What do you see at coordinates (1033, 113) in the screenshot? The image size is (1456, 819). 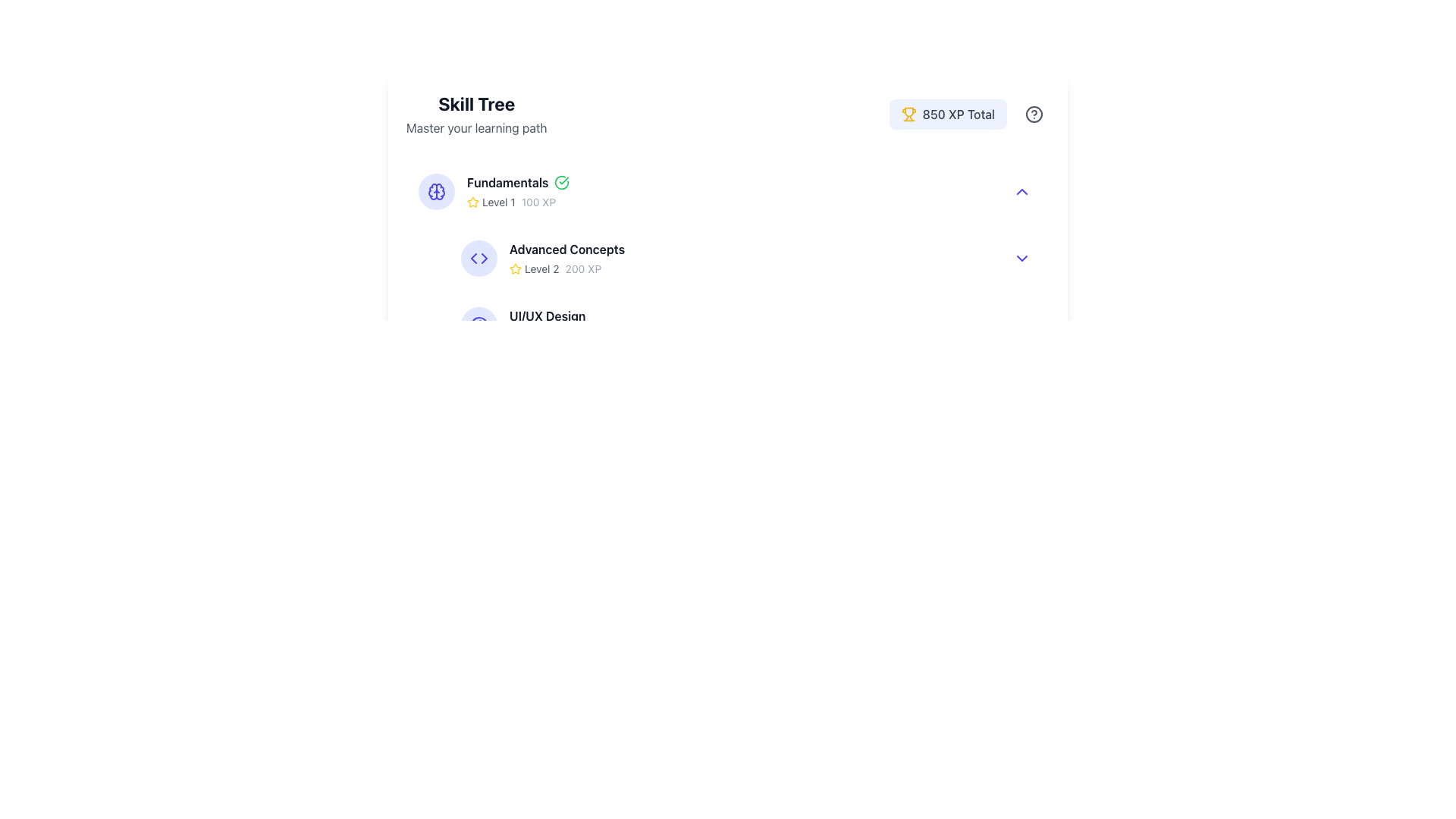 I see `the help icon located on the top-right corner near the '850 XP Total' badge` at bounding box center [1033, 113].